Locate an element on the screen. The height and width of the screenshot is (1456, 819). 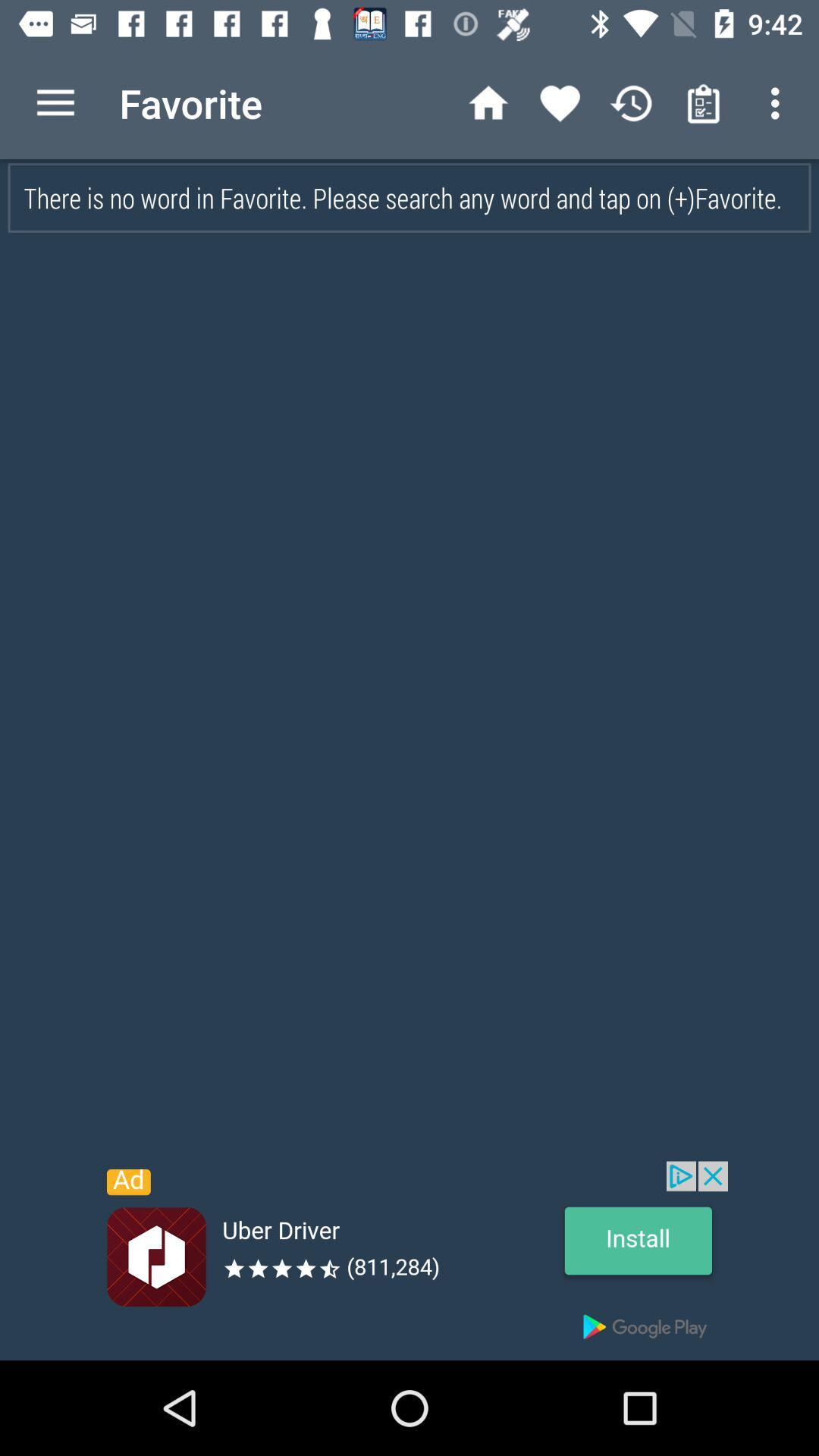
install uber driver app is located at coordinates (409, 1260).